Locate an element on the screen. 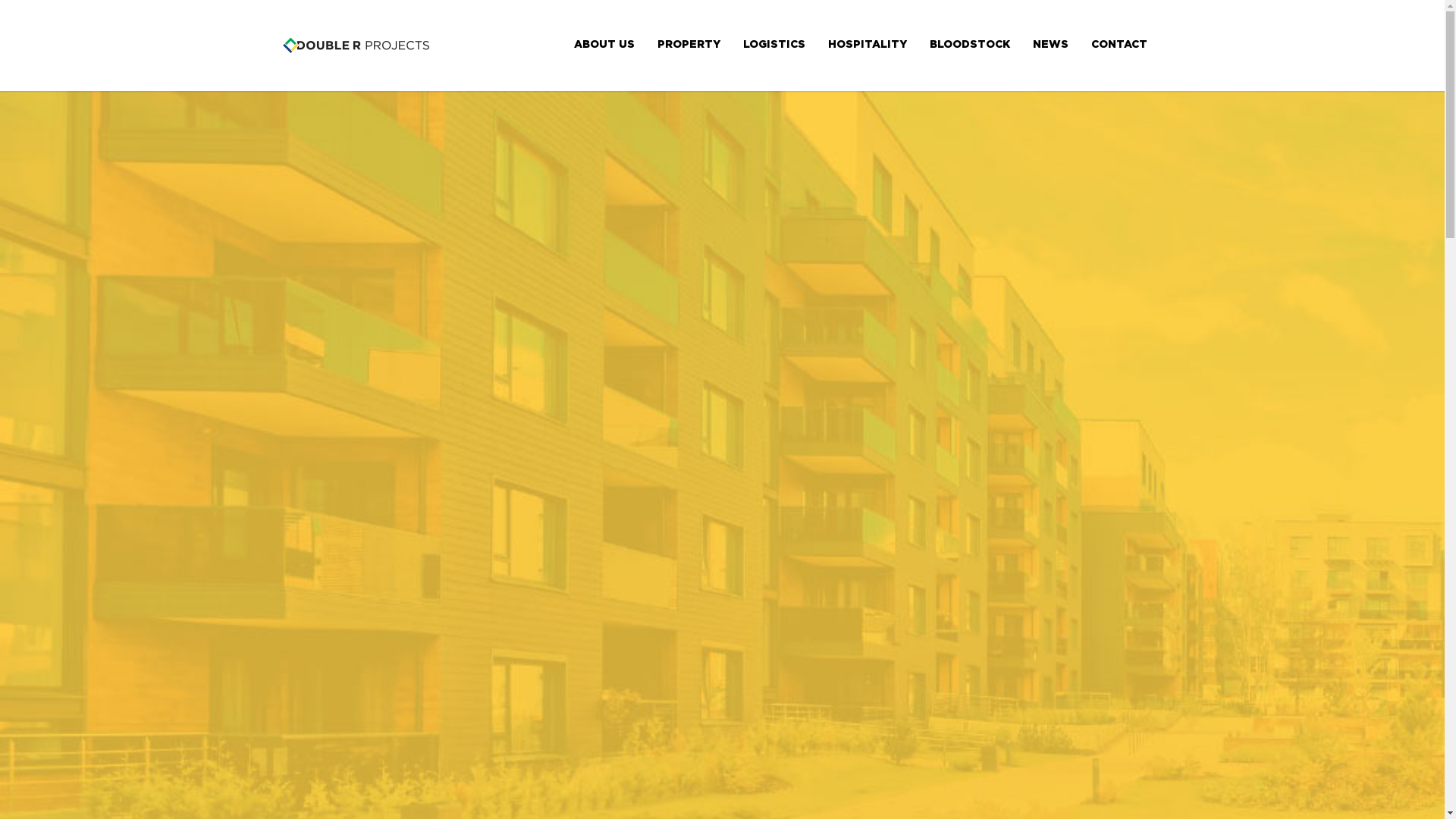 The height and width of the screenshot is (819, 1456). 'HOSPITALITY' is located at coordinates (866, 43).